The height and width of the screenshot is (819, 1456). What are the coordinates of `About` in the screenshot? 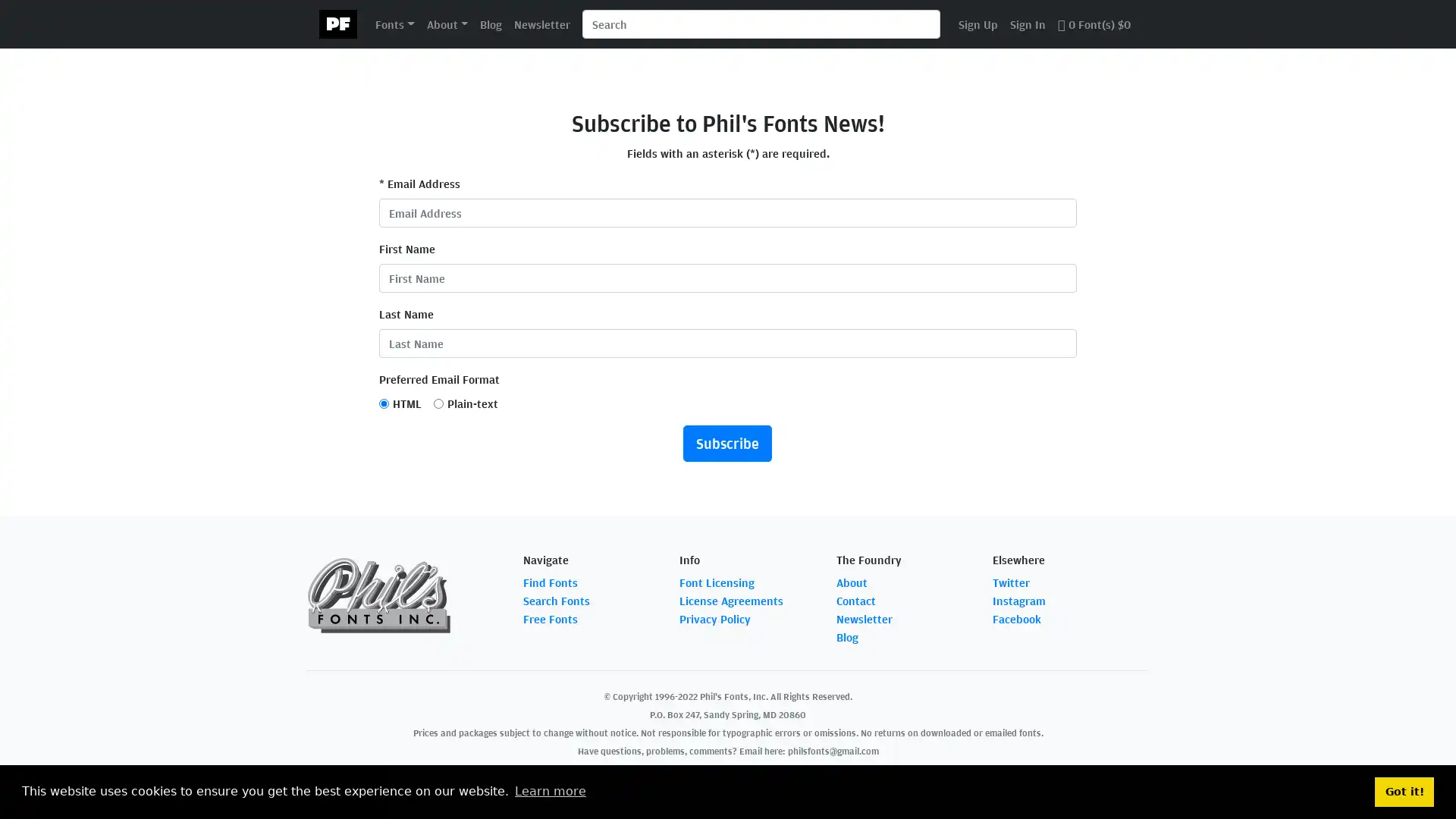 It's located at (446, 23).